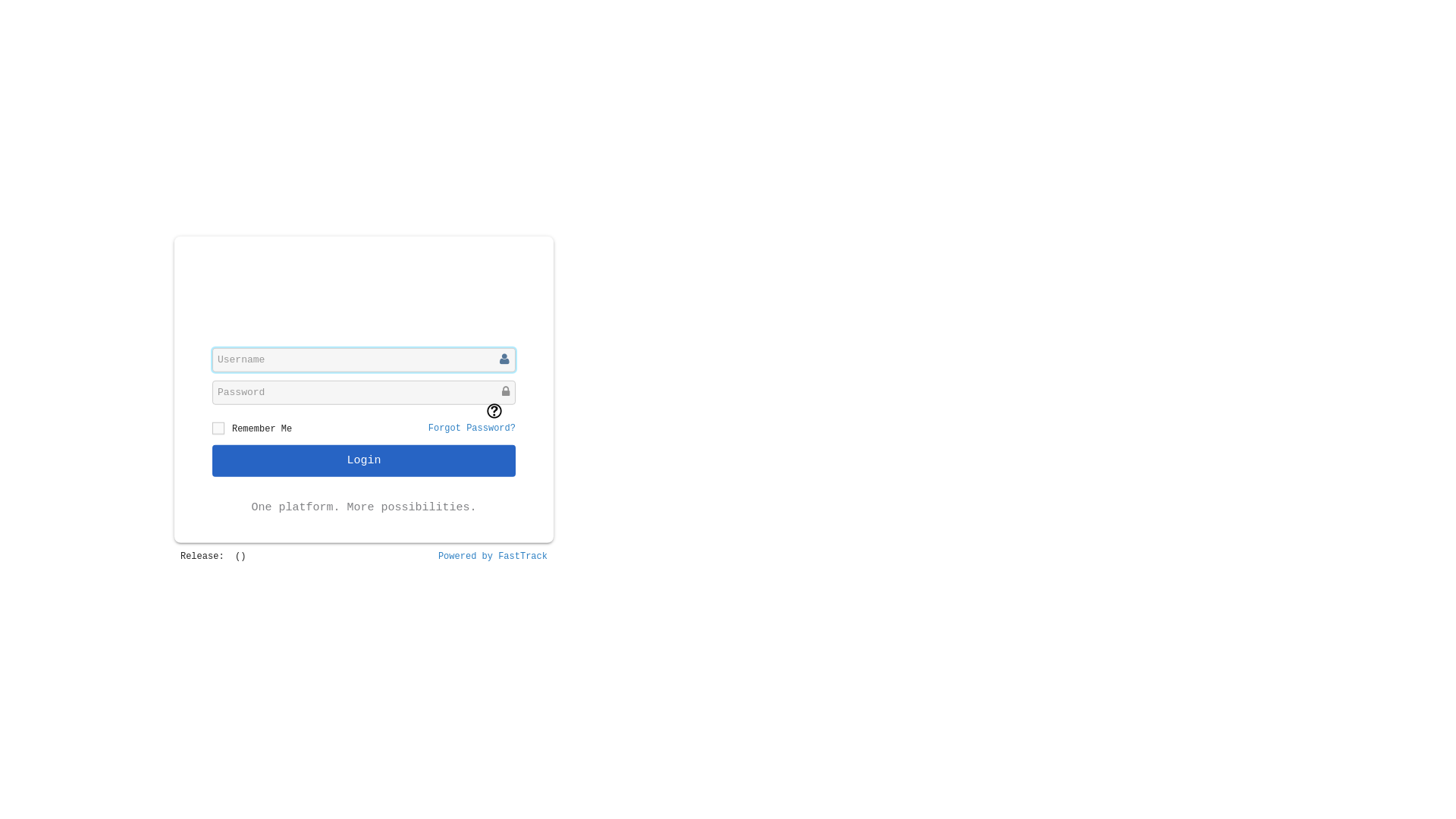  Describe the element at coordinates (437, 556) in the screenshot. I see `'Powered by FastTrack'` at that location.